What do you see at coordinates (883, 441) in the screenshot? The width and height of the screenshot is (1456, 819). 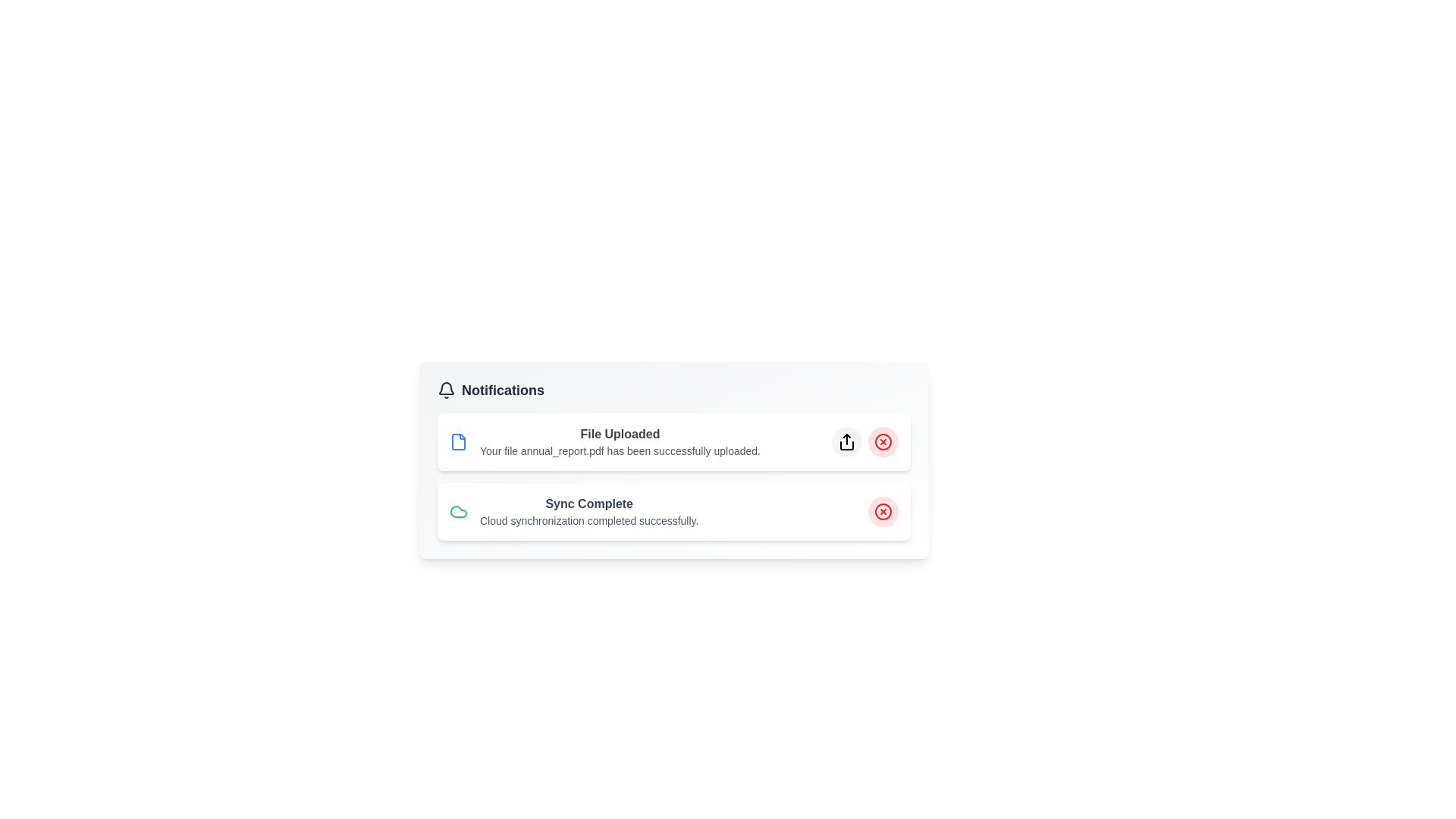 I see `the dismiss button located at the top-right corner of the 'File Uploaded' notification card` at bounding box center [883, 441].